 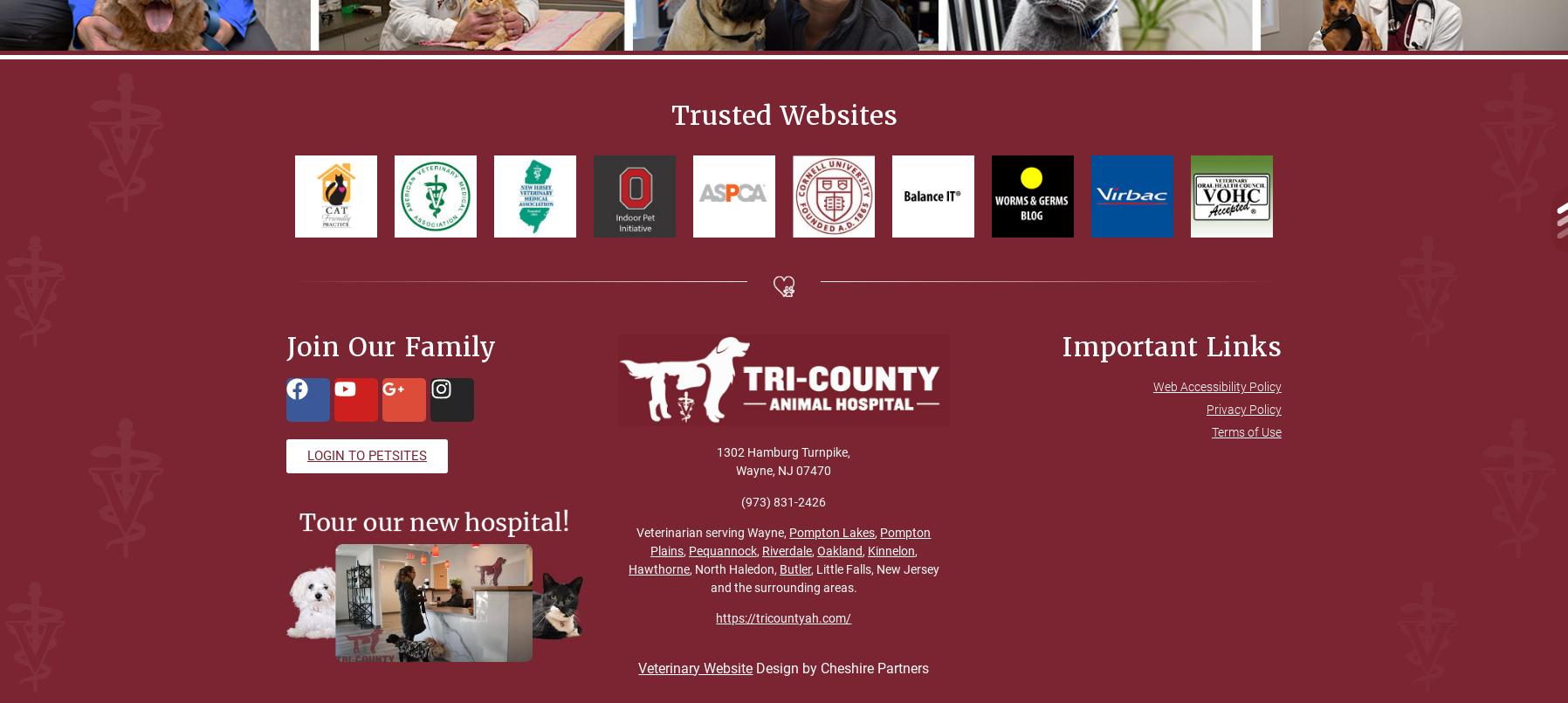 I want to click on '1302 Hamburg Turnpike,', so click(x=783, y=452).